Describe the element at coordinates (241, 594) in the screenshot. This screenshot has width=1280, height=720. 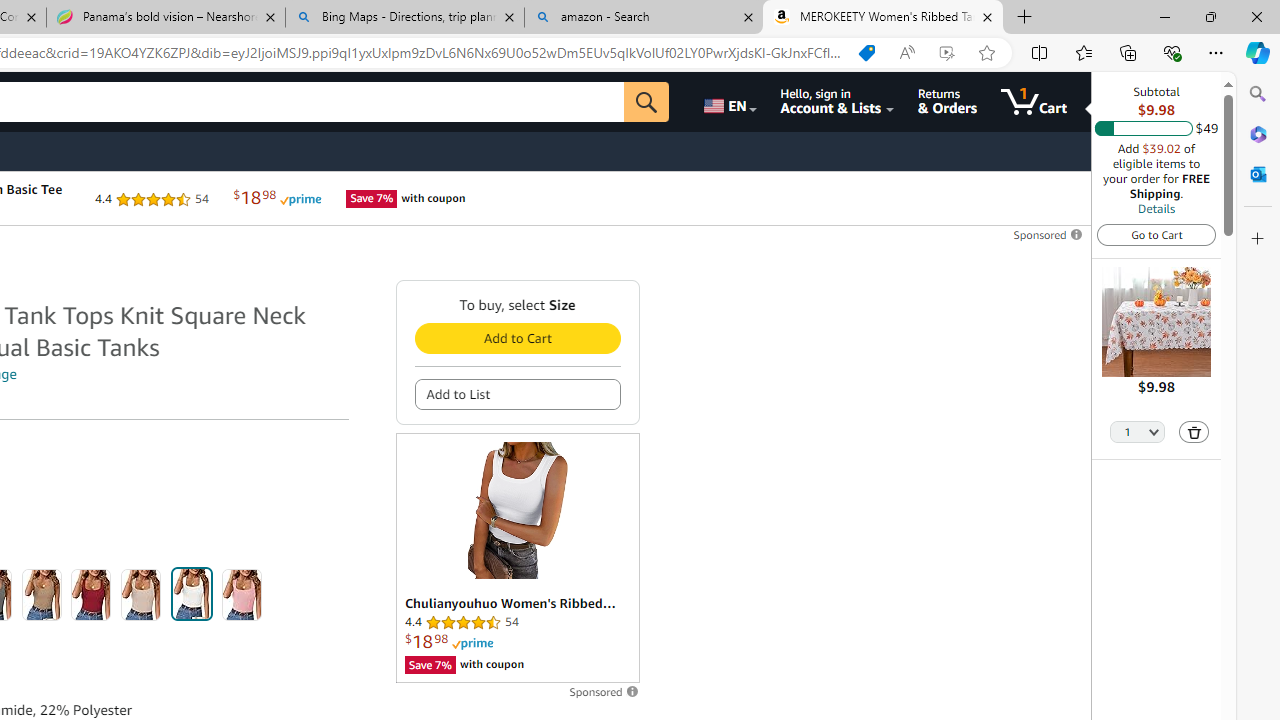
I see `'Pink'` at that location.